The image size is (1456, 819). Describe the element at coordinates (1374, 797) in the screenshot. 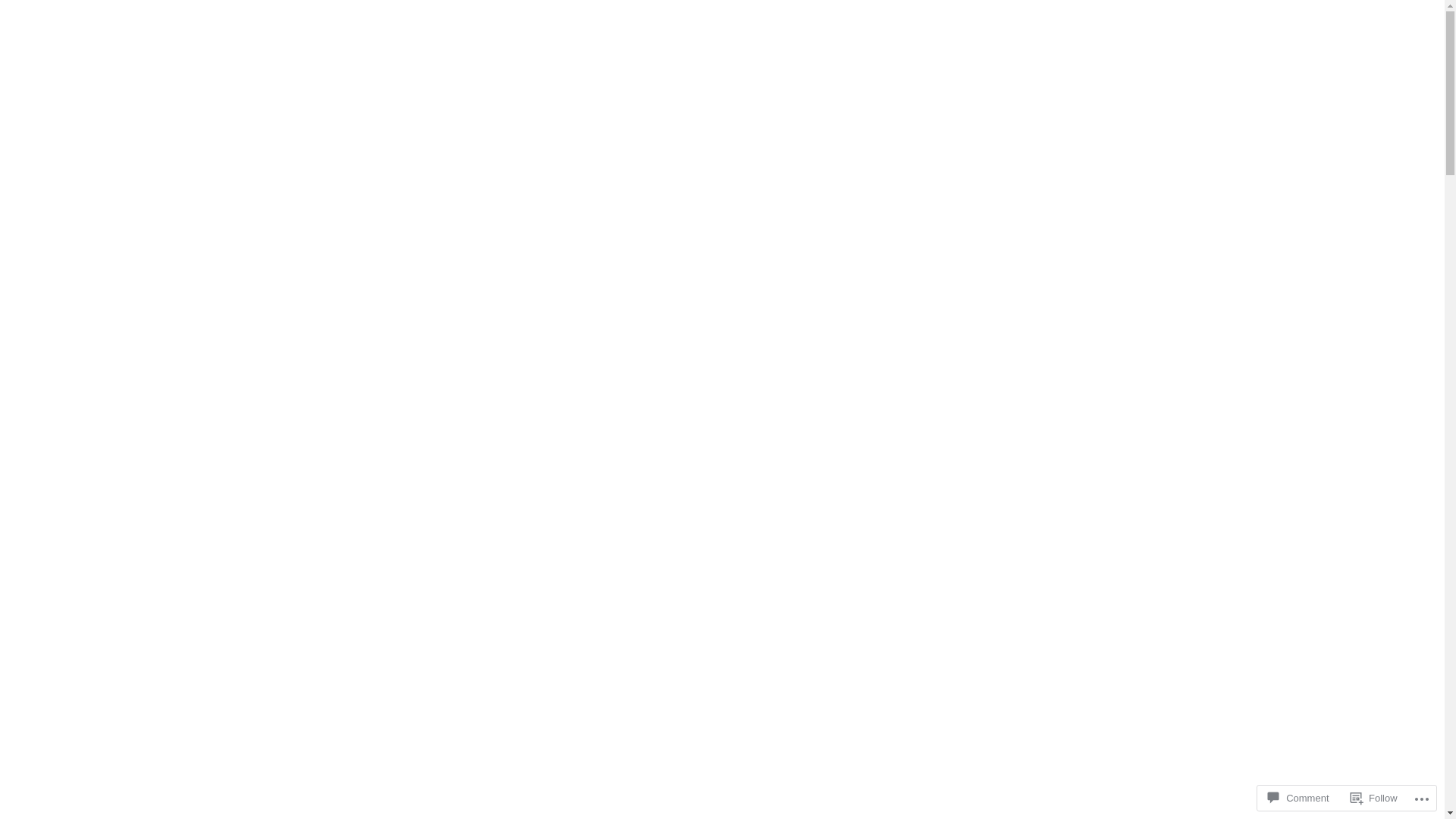

I see `'Follow'` at that location.